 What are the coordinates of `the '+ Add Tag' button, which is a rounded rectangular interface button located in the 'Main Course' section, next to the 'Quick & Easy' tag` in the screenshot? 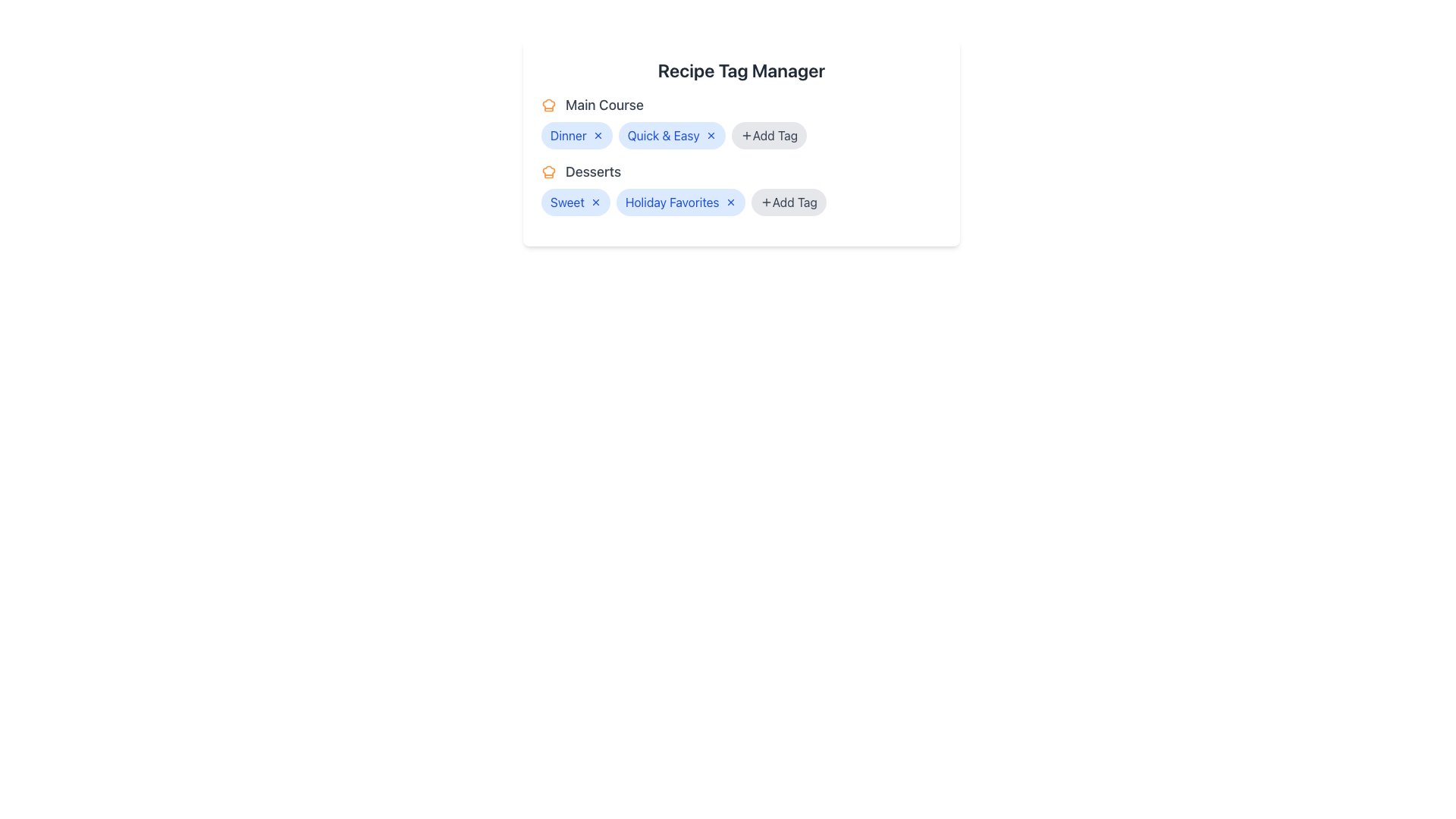 It's located at (742, 134).